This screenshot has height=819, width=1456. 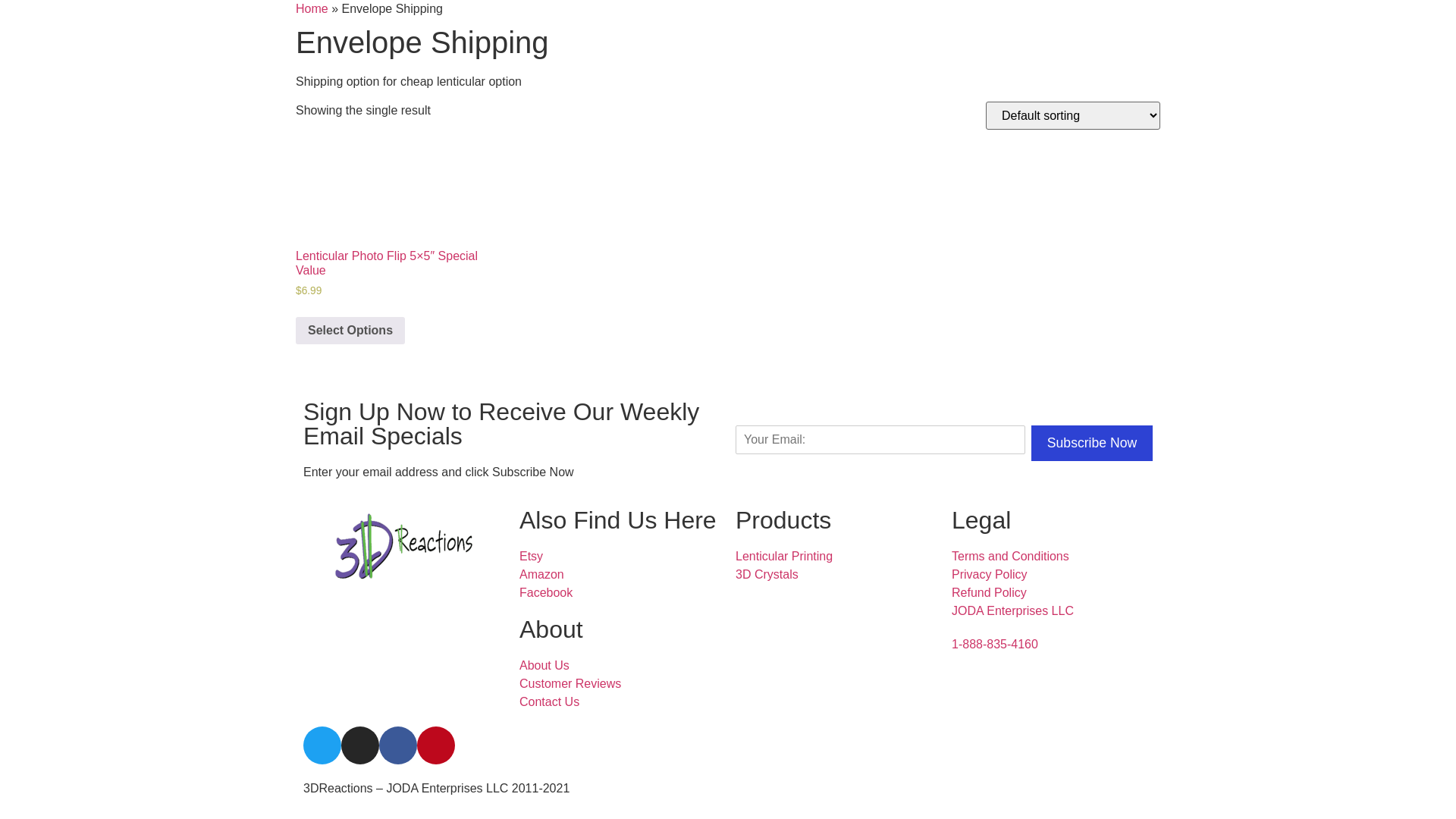 I want to click on 'Privacy Policy', so click(x=1051, y=575).